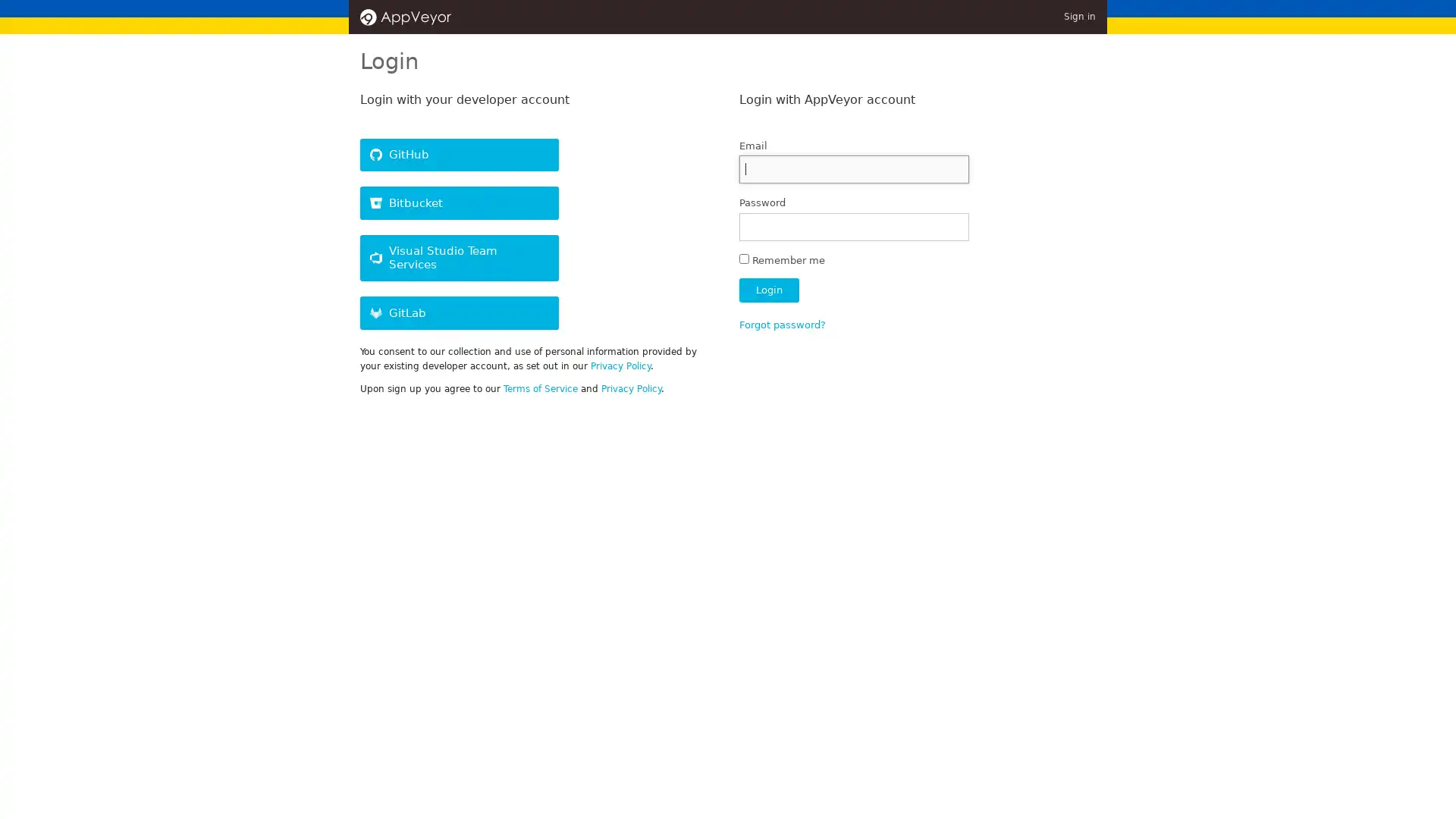 This screenshot has height=819, width=1456. What do you see at coordinates (768, 290) in the screenshot?
I see `Login` at bounding box center [768, 290].